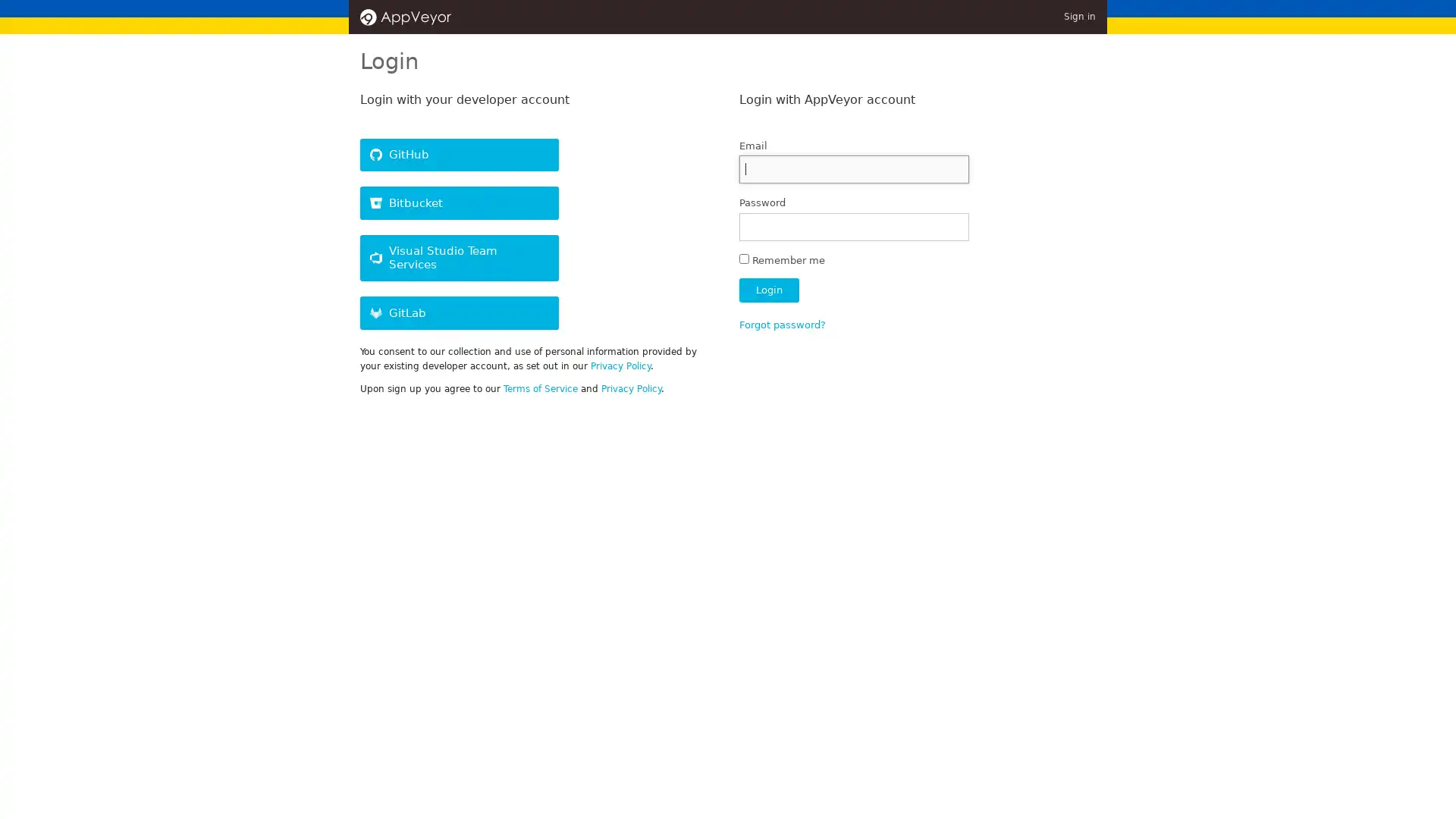 This screenshot has height=819, width=1456. What do you see at coordinates (768, 290) in the screenshot?
I see `Login` at bounding box center [768, 290].